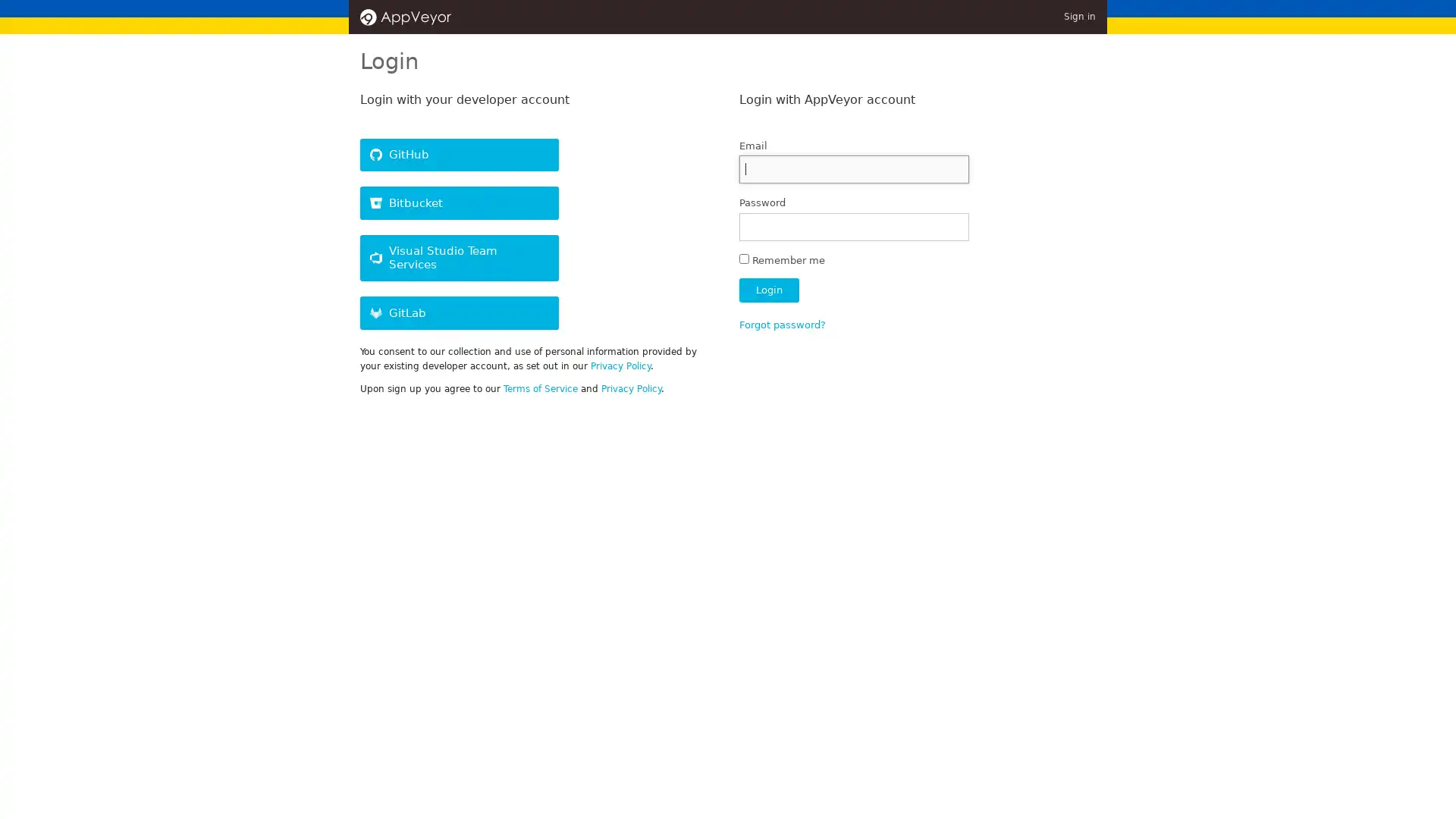 This screenshot has height=819, width=1456. What do you see at coordinates (768, 290) in the screenshot?
I see `Login` at bounding box center [768, 290].